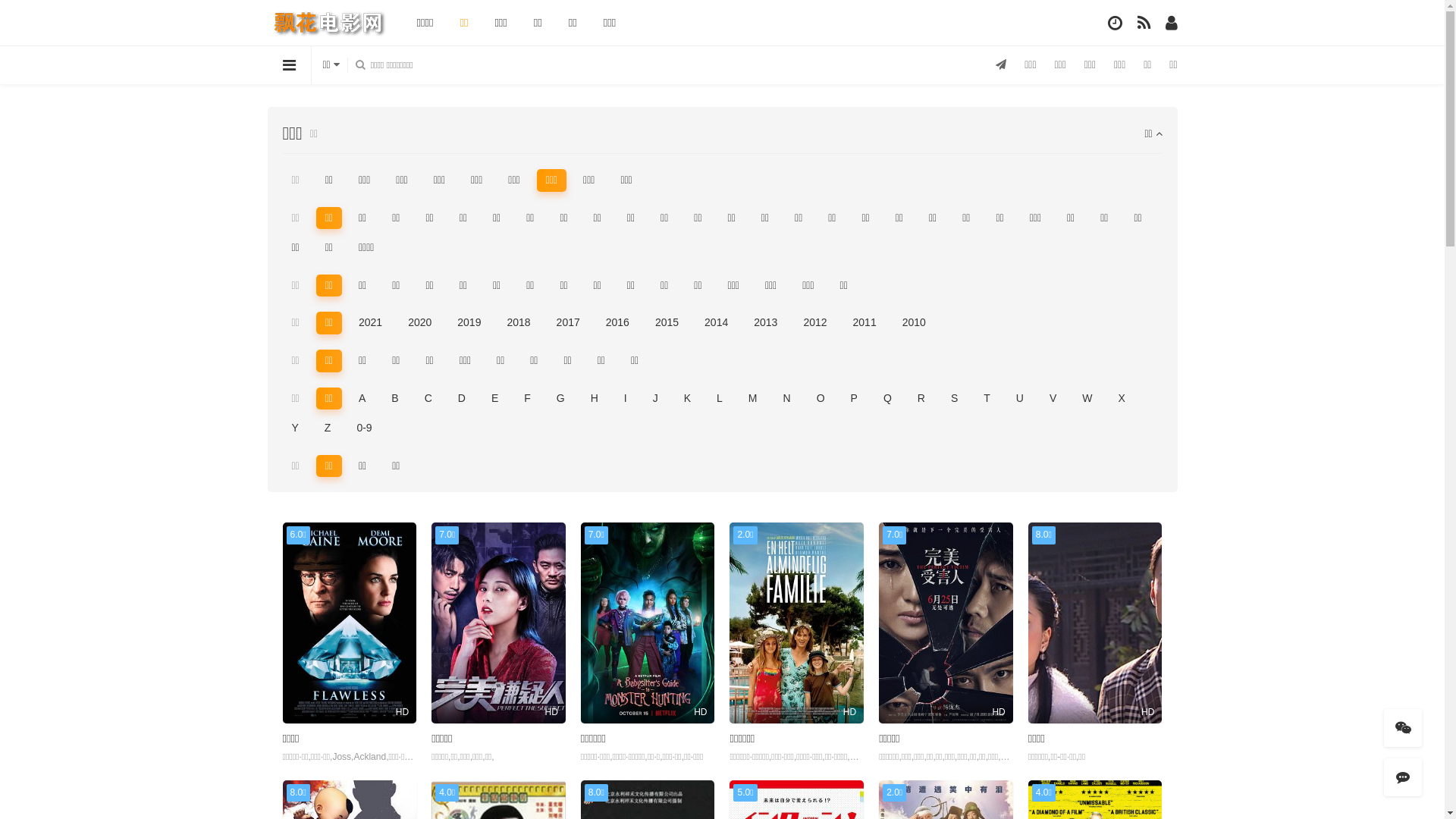 The height and width of the screenshot is (819, 1456). Describe the element at coordinates (346, 428) in the screenshot. I see `'0-9'` at that location.